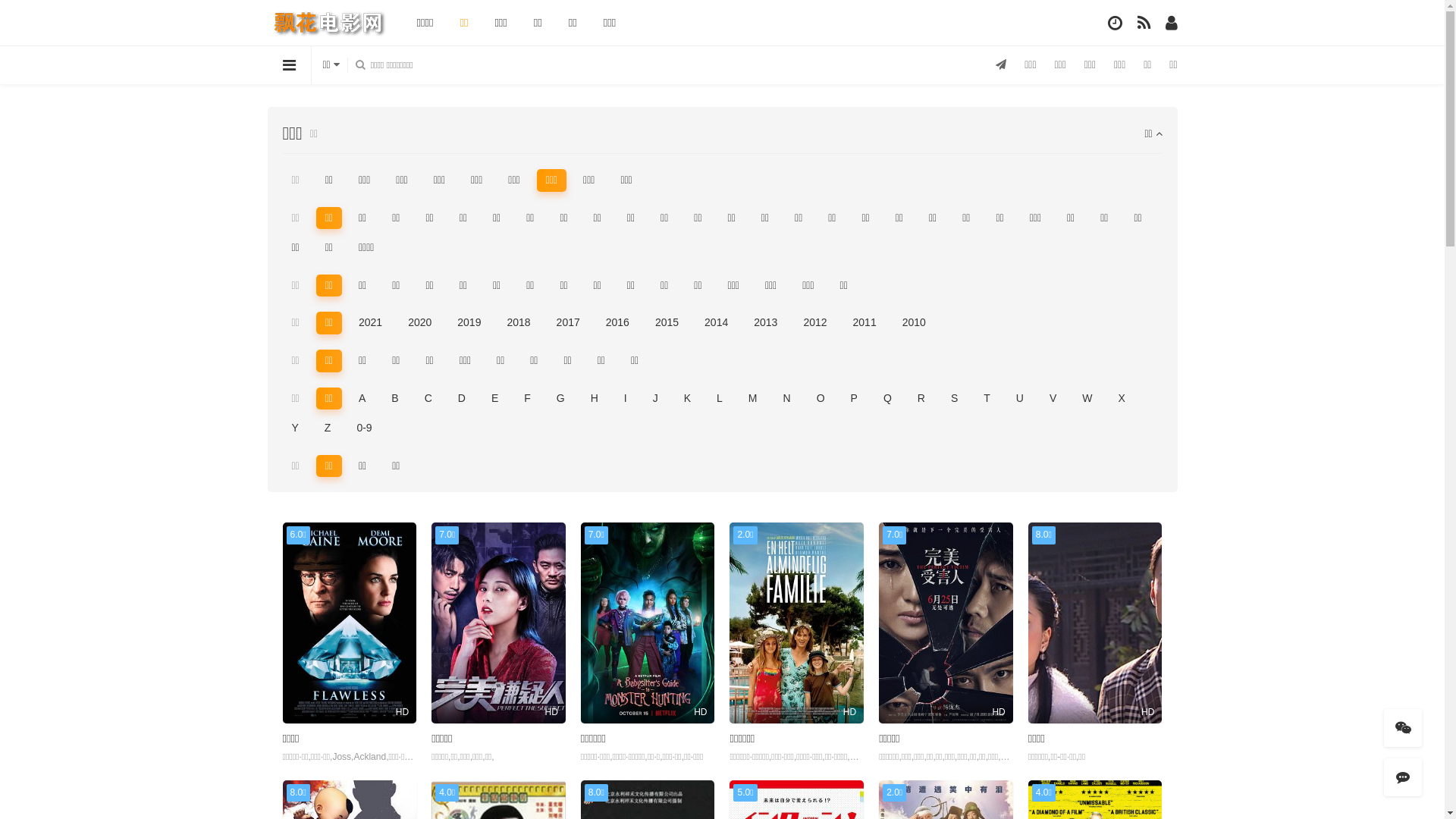 The height and width of the screenshot is (819, 1456). Describe the element at coordinates (346, 428) in the screenshot. I see `'0-9'` at that location.